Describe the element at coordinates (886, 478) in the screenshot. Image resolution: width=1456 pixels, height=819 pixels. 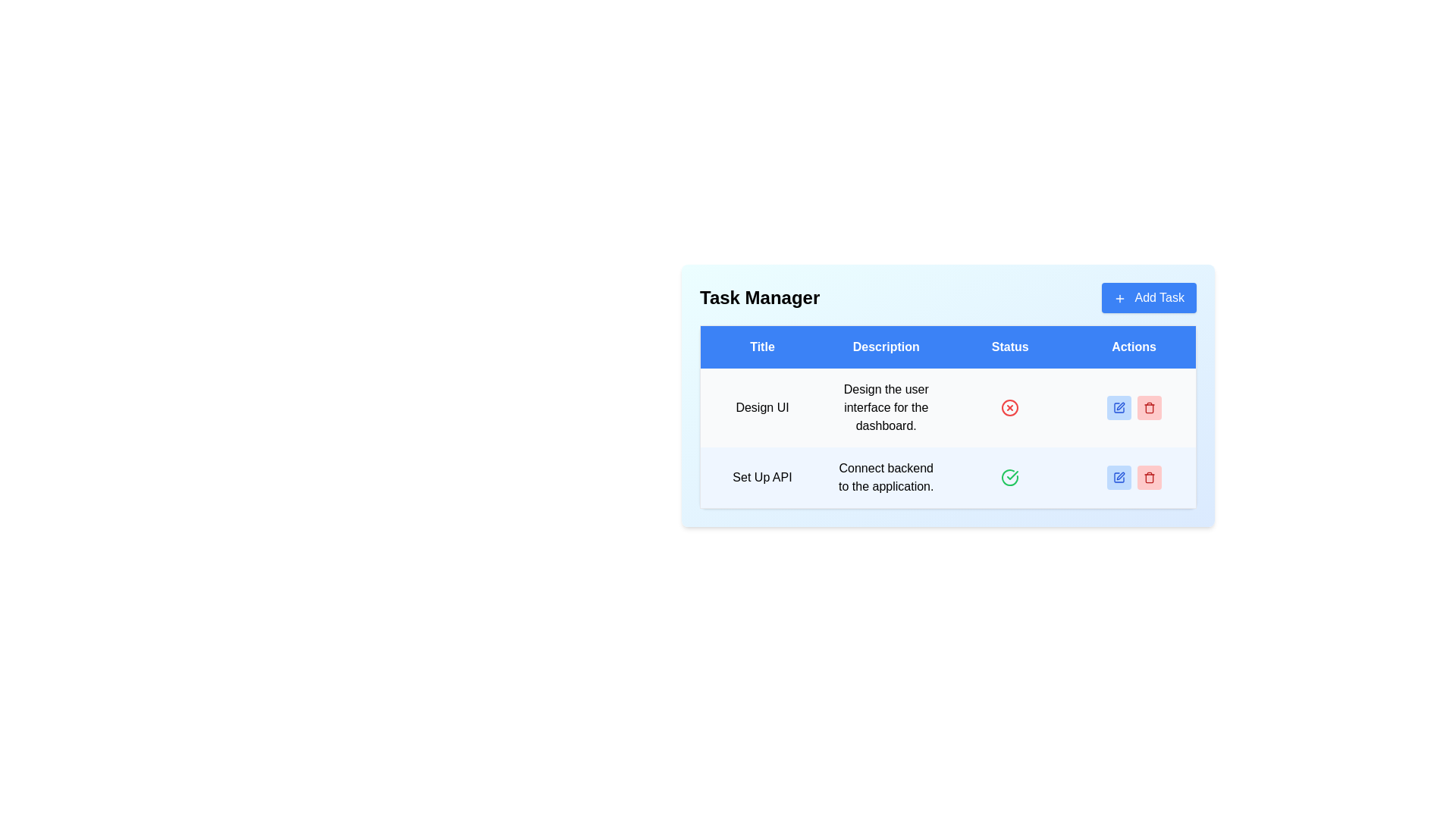
I see `the descriptive text cell in the second row of the table under the 'Description' column, which provides additional information about the task titled 'Set Up API'` at that location.